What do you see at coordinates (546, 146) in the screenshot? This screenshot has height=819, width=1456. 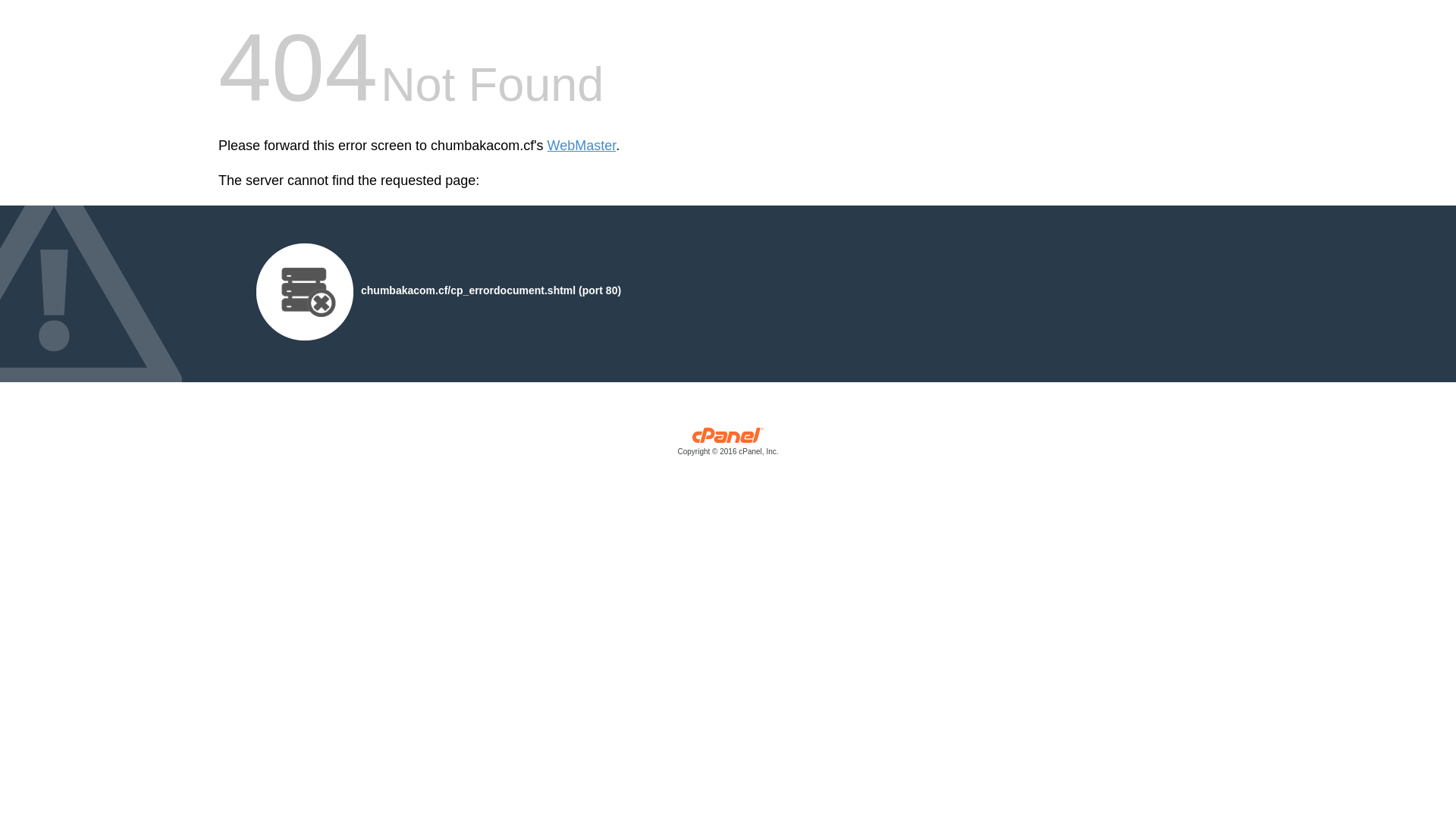 I see `'WebMaster'` at bounding box center [546, 146].